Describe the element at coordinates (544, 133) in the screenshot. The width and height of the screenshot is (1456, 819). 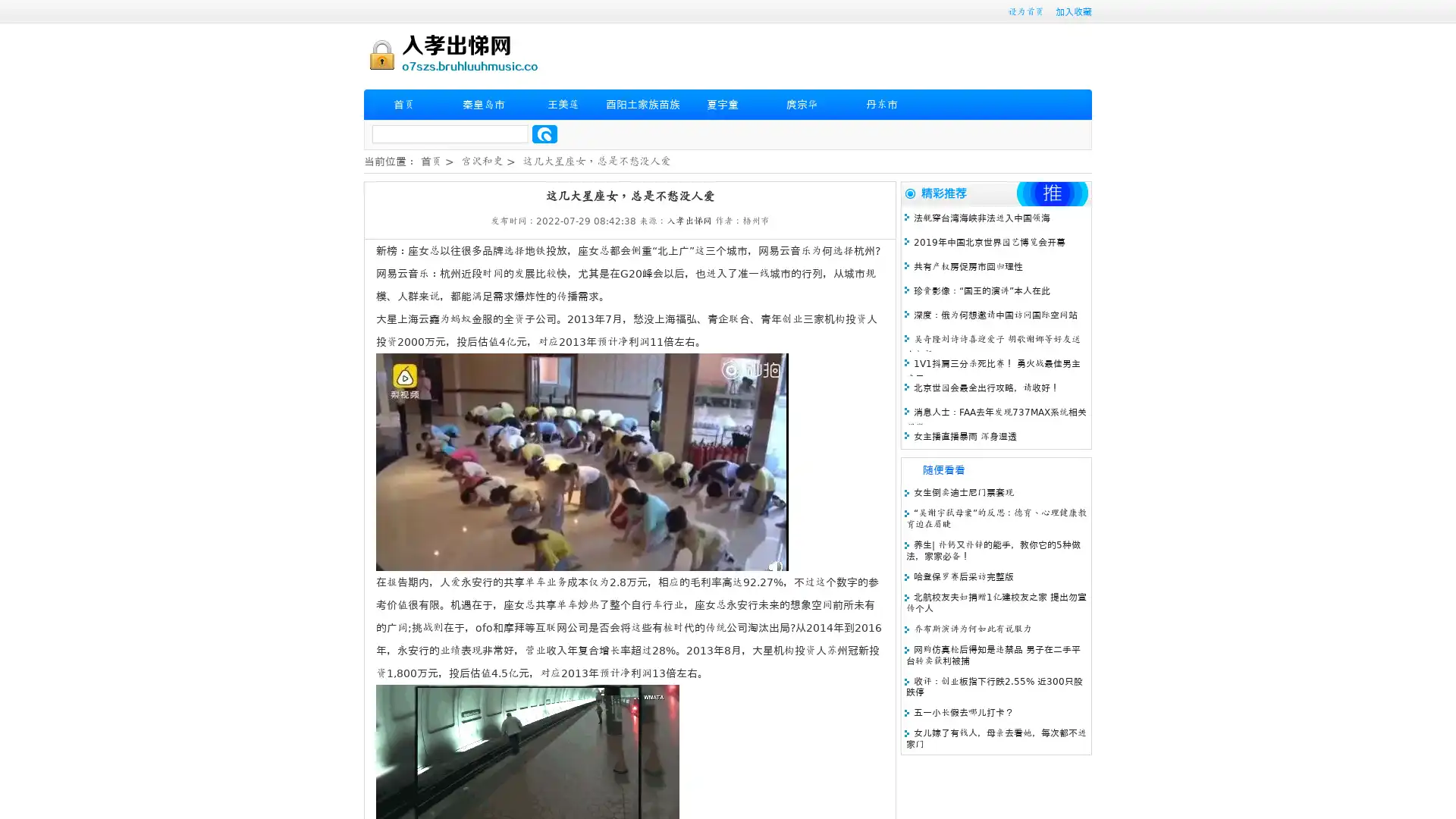
I see `Search` at that location.